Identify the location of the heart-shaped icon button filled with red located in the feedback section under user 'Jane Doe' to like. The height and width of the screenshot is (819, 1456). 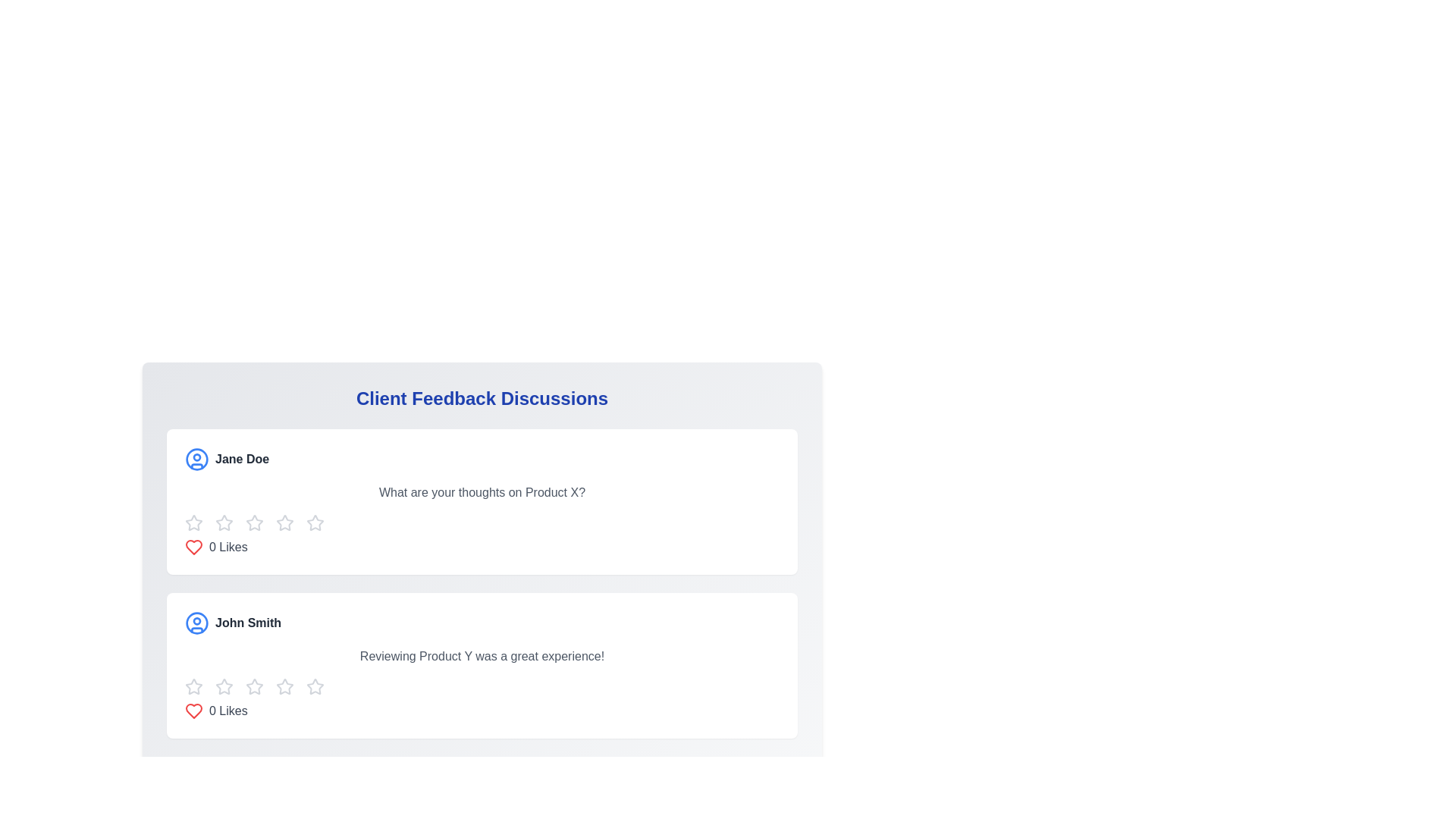
(193, 547).